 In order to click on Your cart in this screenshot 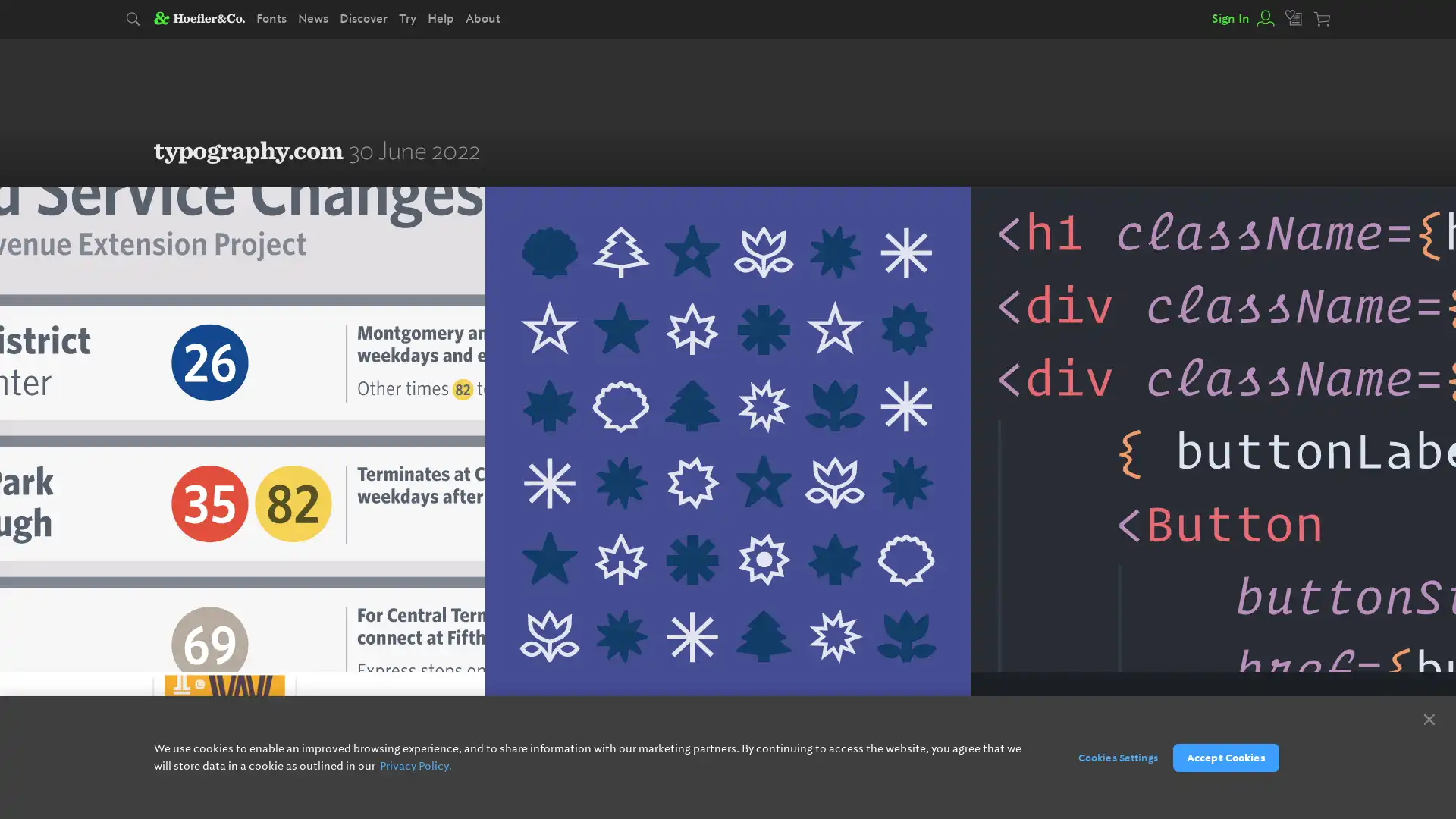, I will do `click(1323, 20)`.